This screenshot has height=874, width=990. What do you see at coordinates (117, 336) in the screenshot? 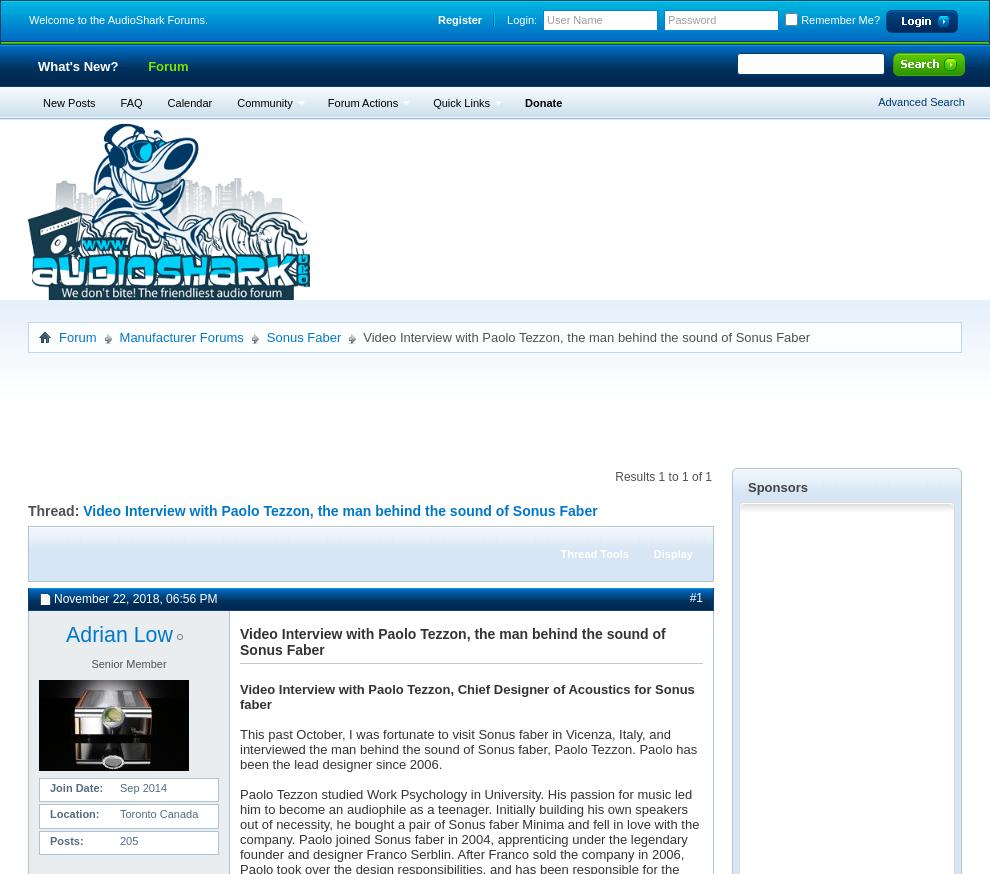
I see `'Manufacturer Forums'` at bounding box center [117, 336].